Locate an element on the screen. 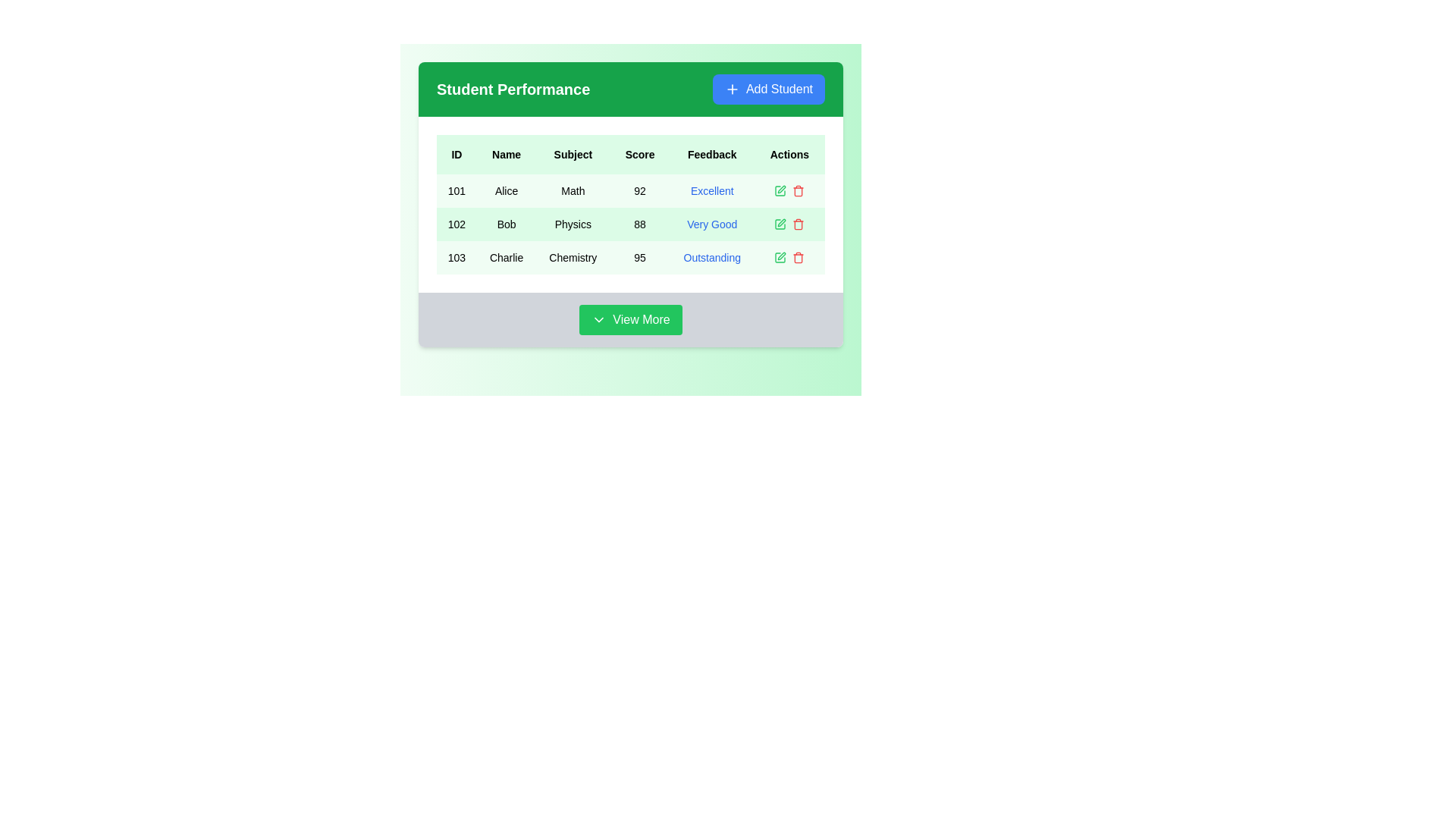 The width and height of the screenshot is (1456, 819). the chevron icon within the 'View More' button, which indicates that additional content may be revealed or a dropdown menu may open is located at coordinates (598, 318).